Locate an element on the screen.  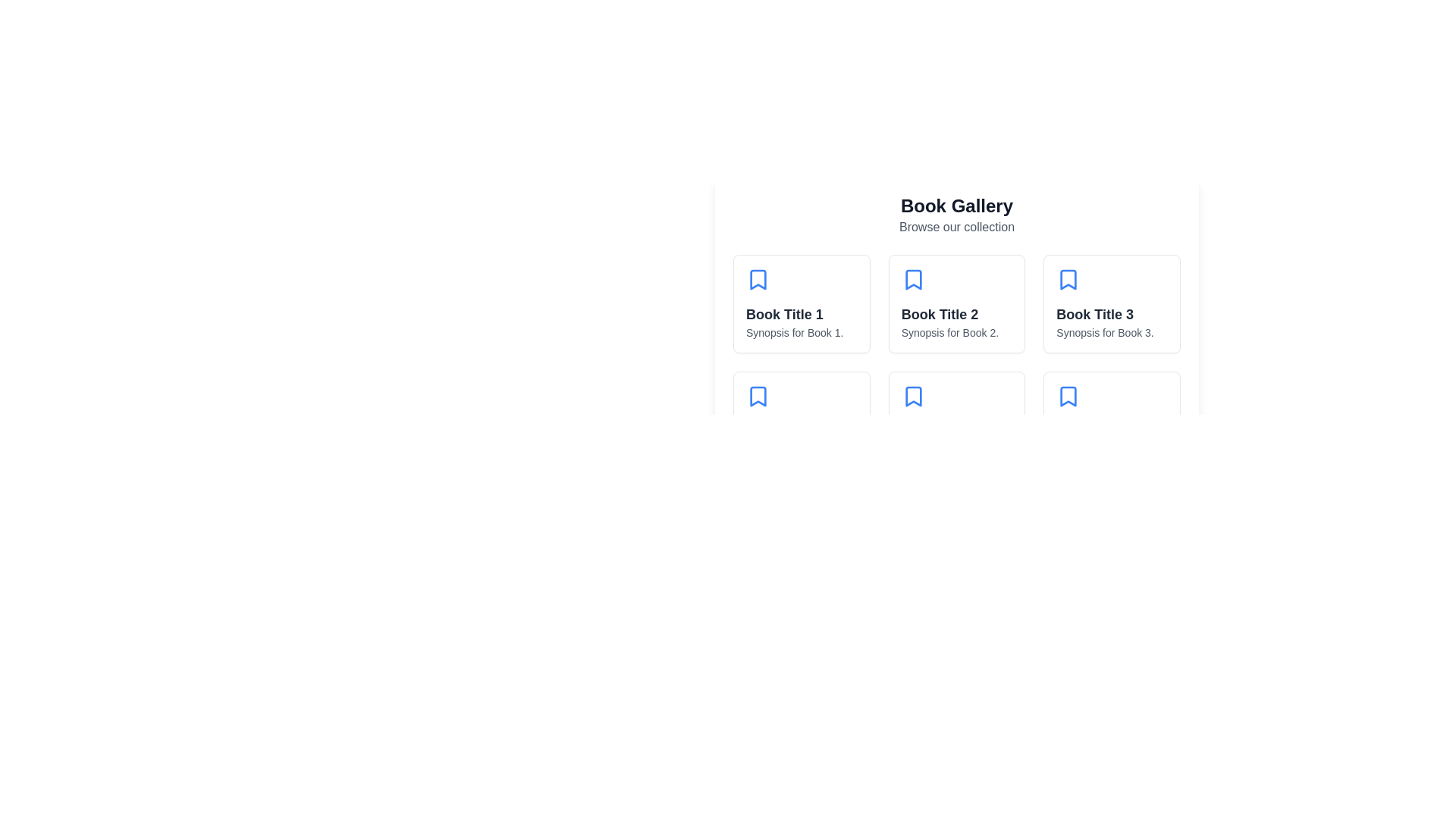
the card displaying information about a book, located in the first row, third column of the grid layout is located at coordinates (1112, 304).